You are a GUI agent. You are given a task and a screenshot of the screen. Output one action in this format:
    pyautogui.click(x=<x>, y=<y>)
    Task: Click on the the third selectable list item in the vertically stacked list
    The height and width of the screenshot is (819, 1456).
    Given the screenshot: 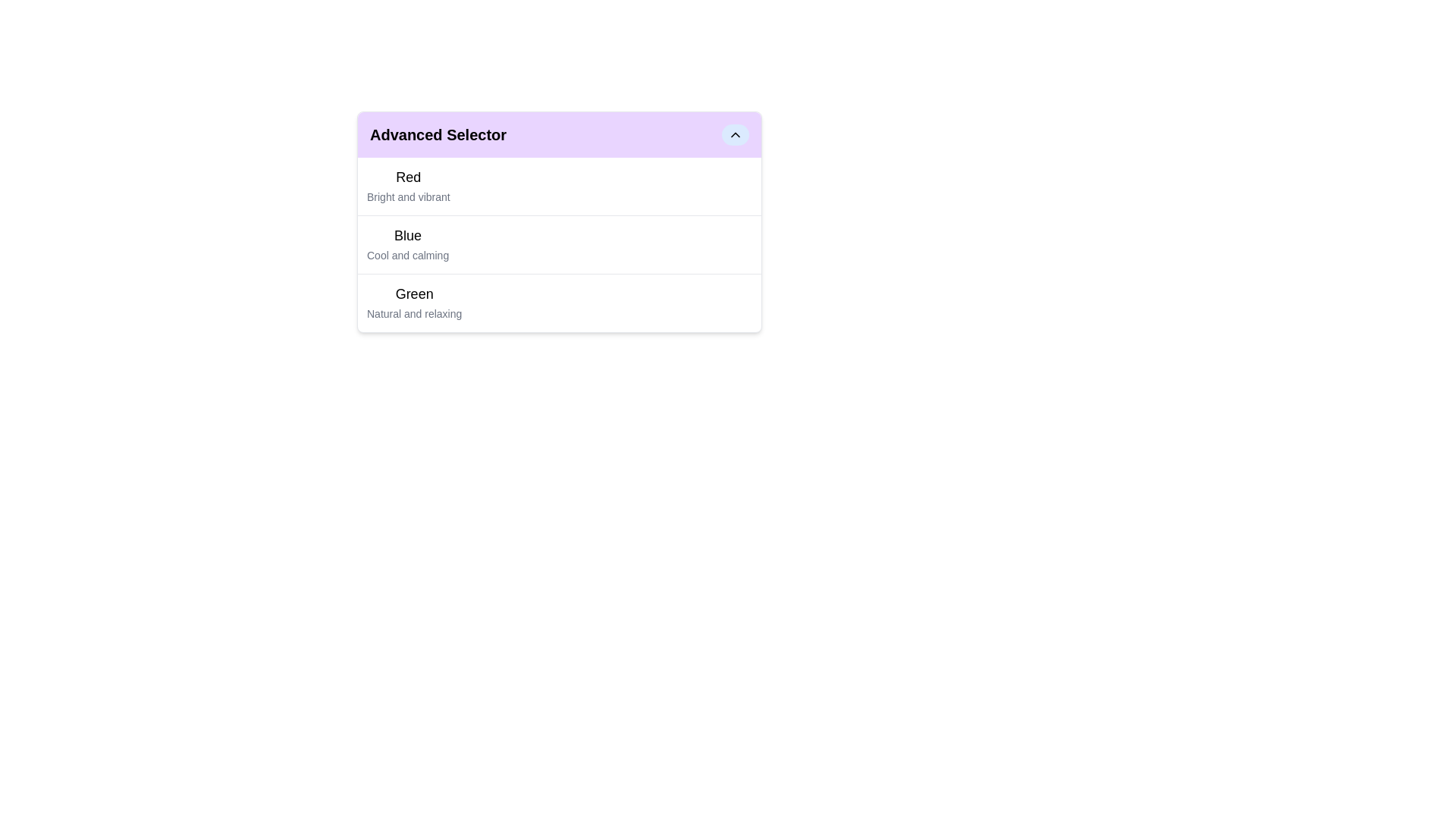 What is the action you would take?
    pyautogui.click(x=559, y=302)
    